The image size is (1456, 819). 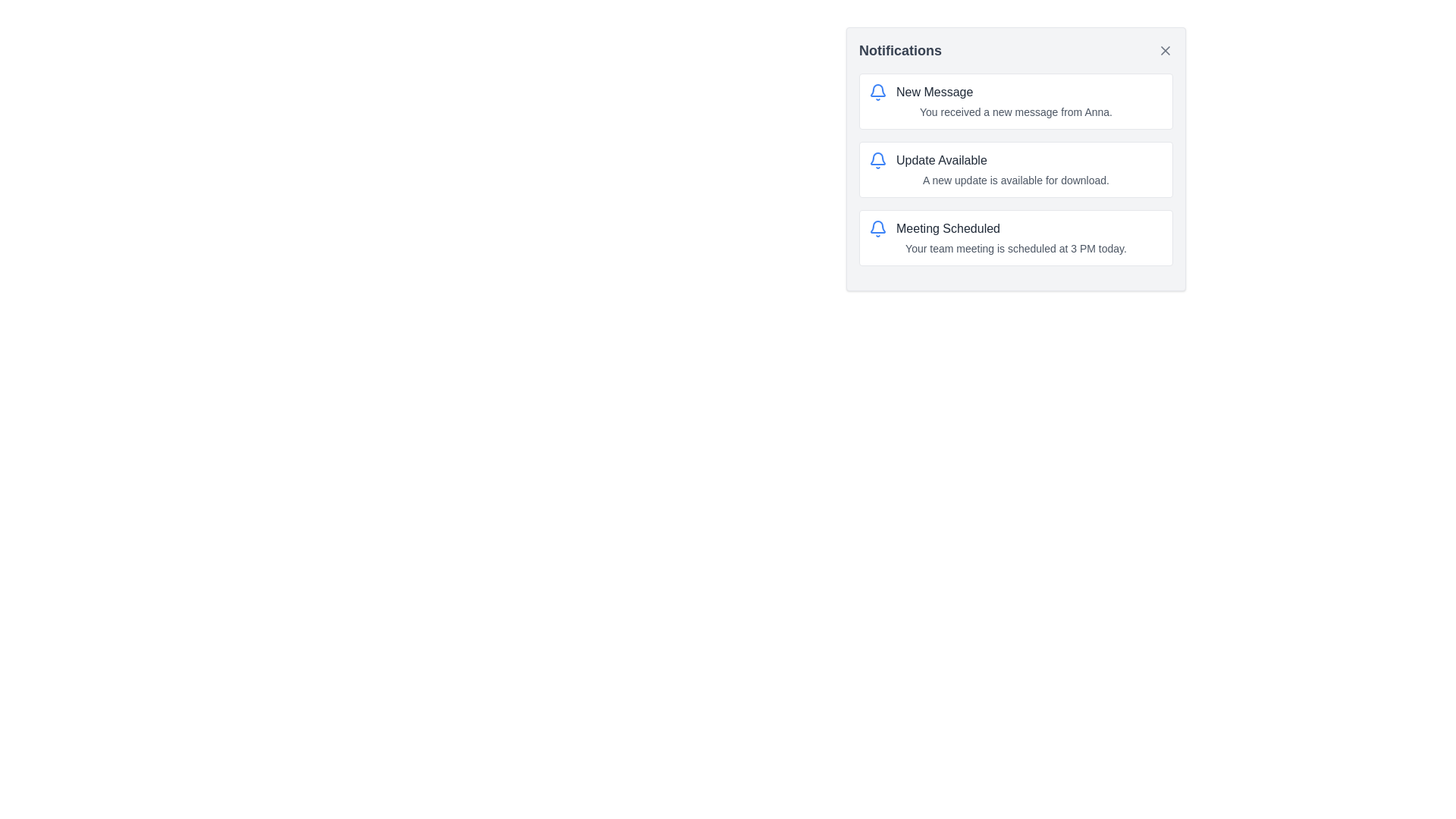 What do you see at coordinates (877, 158) in the screenshot?
I see `the bell icon located in the second notification card of the notifications list, which indicates an update is available` at bounding box center [877, 158].